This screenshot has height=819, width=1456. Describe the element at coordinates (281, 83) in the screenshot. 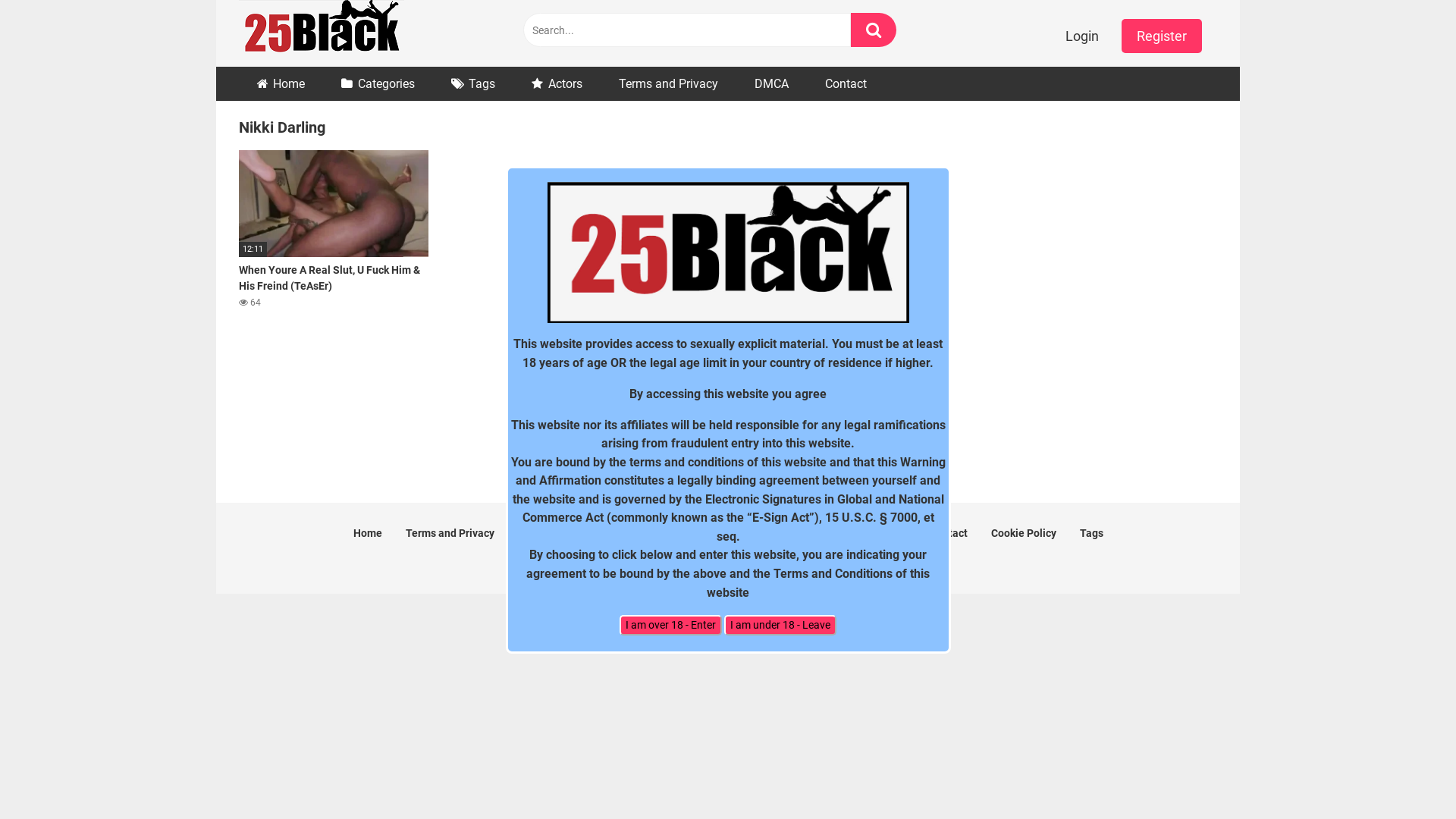

I see `'Home'` at that location.